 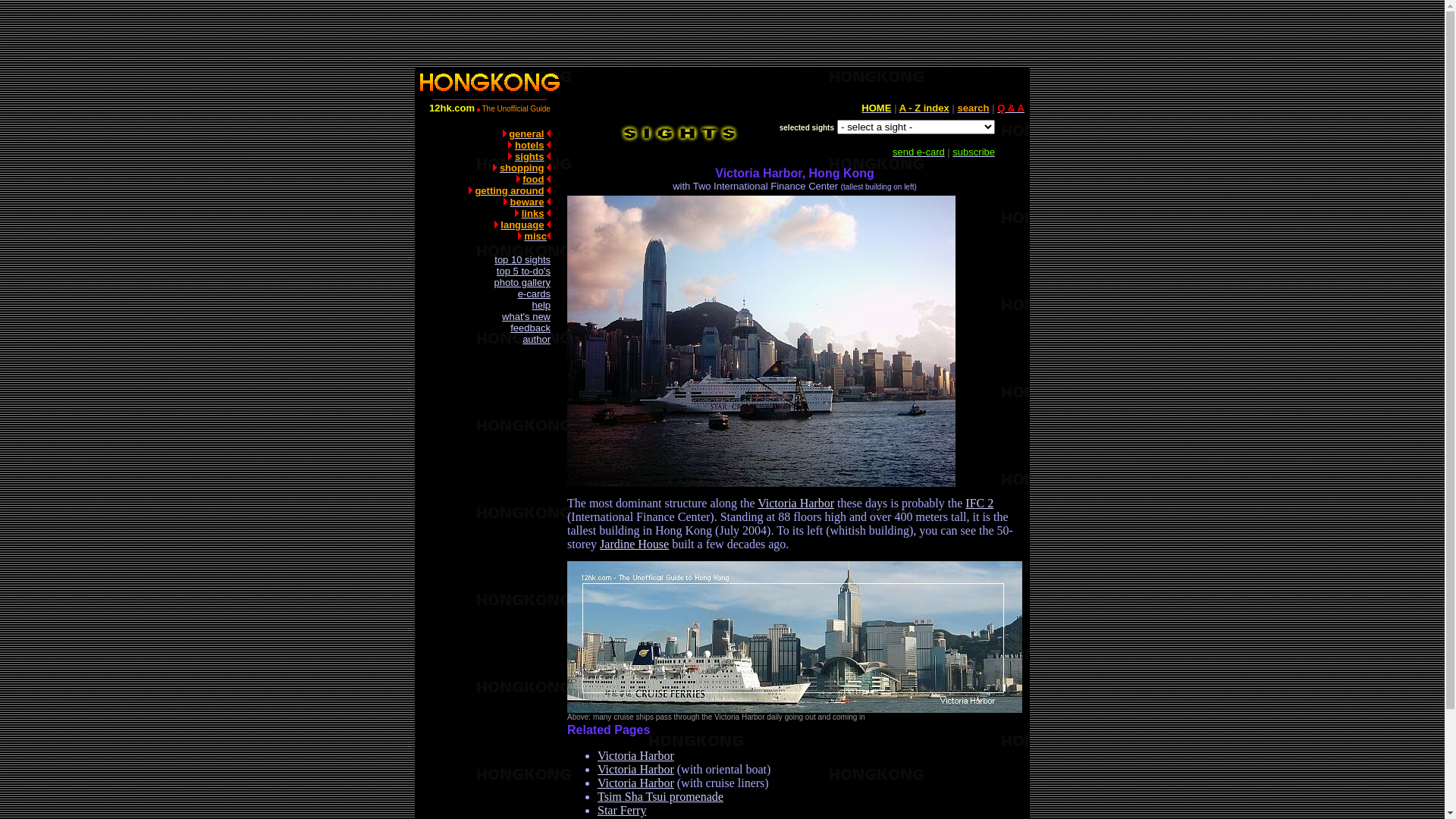 What do you see at coordinates (1011, 107) in the screenshot?
I see `'Q & A'` at bounding box center [1011, 107].